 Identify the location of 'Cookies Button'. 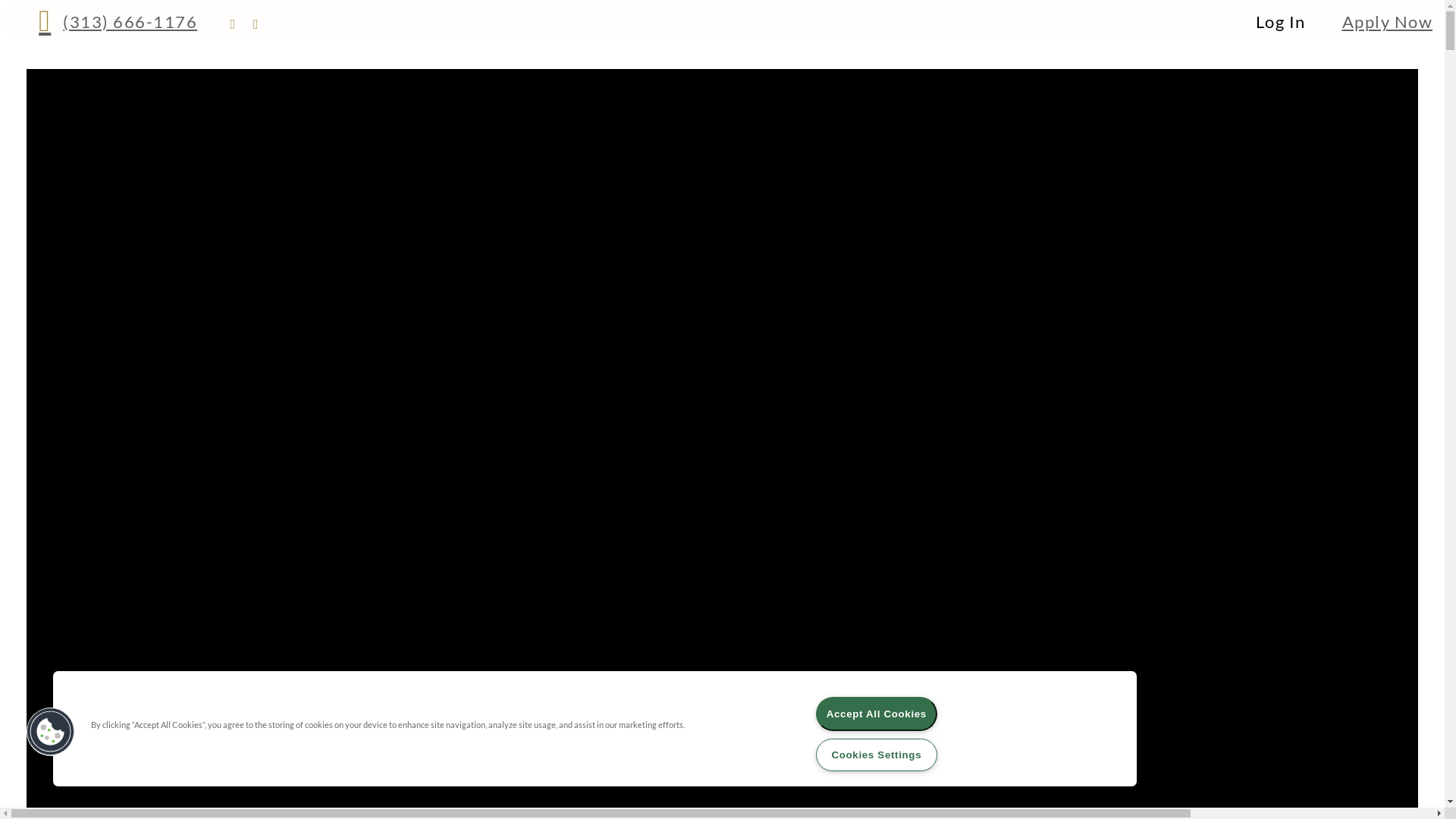
(51, 730).